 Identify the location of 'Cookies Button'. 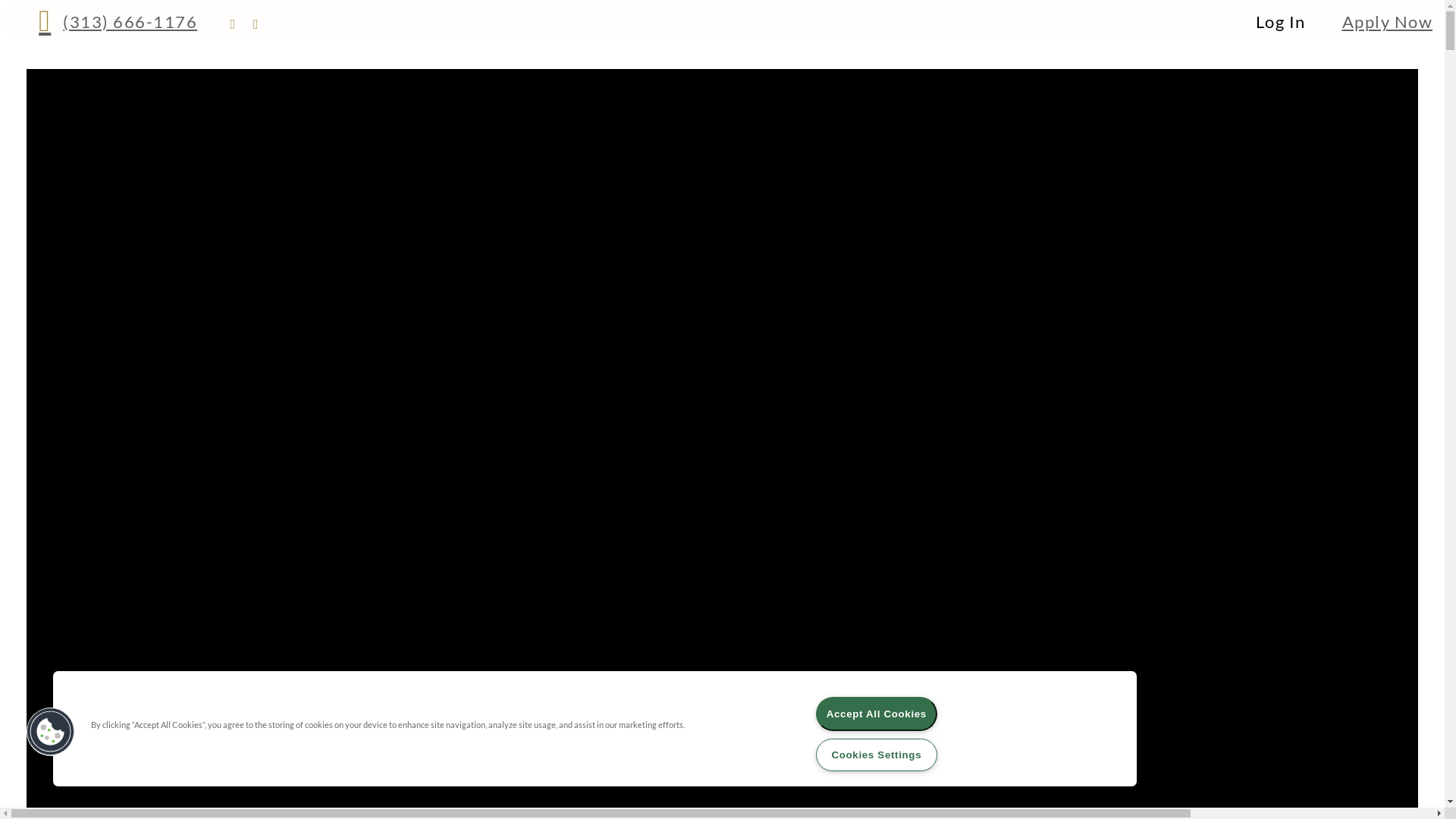
(51, 730).